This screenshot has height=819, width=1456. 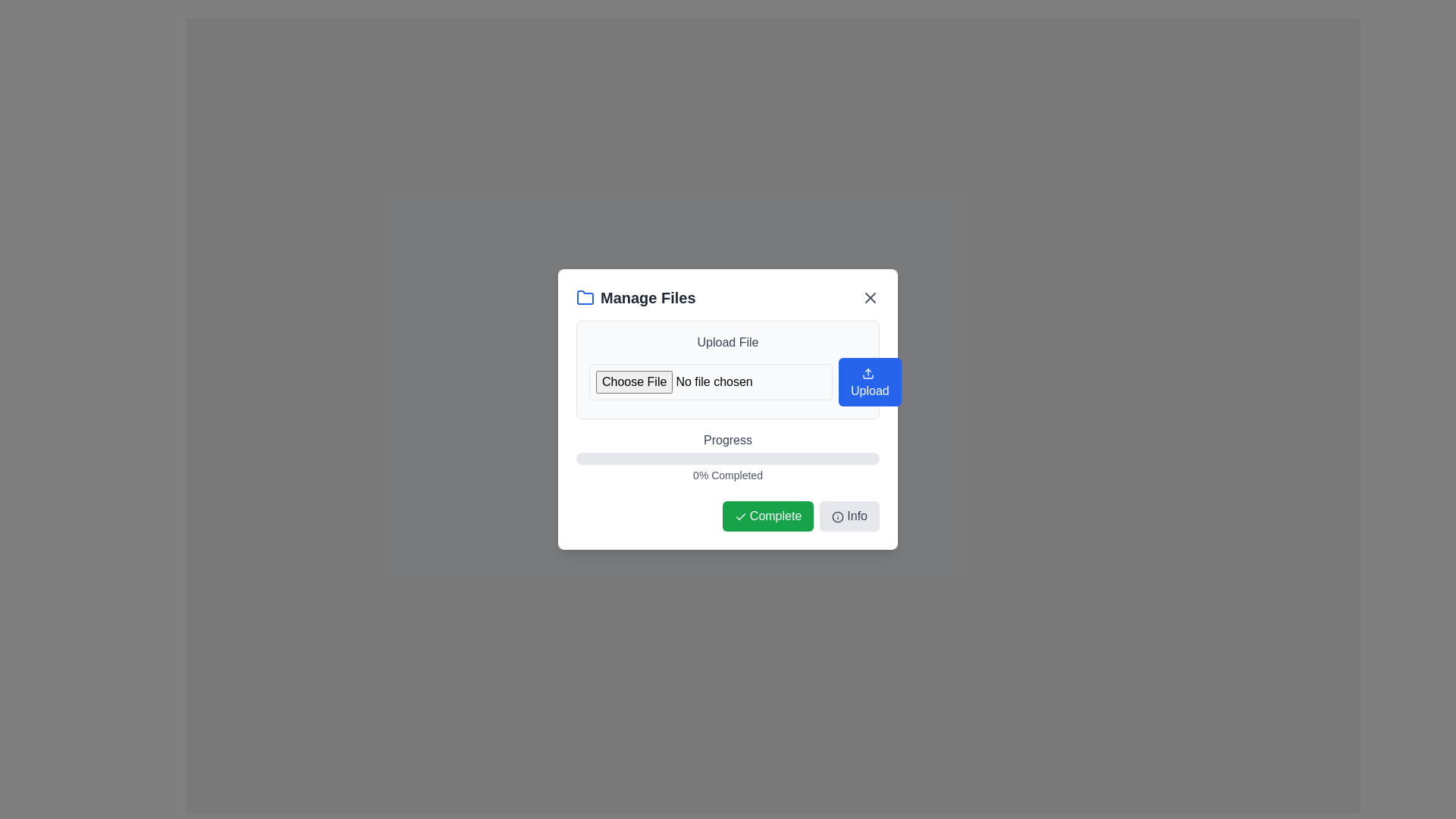 What do you see at coordinates (870, 381) in the screenshot?
I see `the 'Upload' button with a blue background and upward arrow icon in the 'Manage Files' modal` at bounding box center [870, 381].